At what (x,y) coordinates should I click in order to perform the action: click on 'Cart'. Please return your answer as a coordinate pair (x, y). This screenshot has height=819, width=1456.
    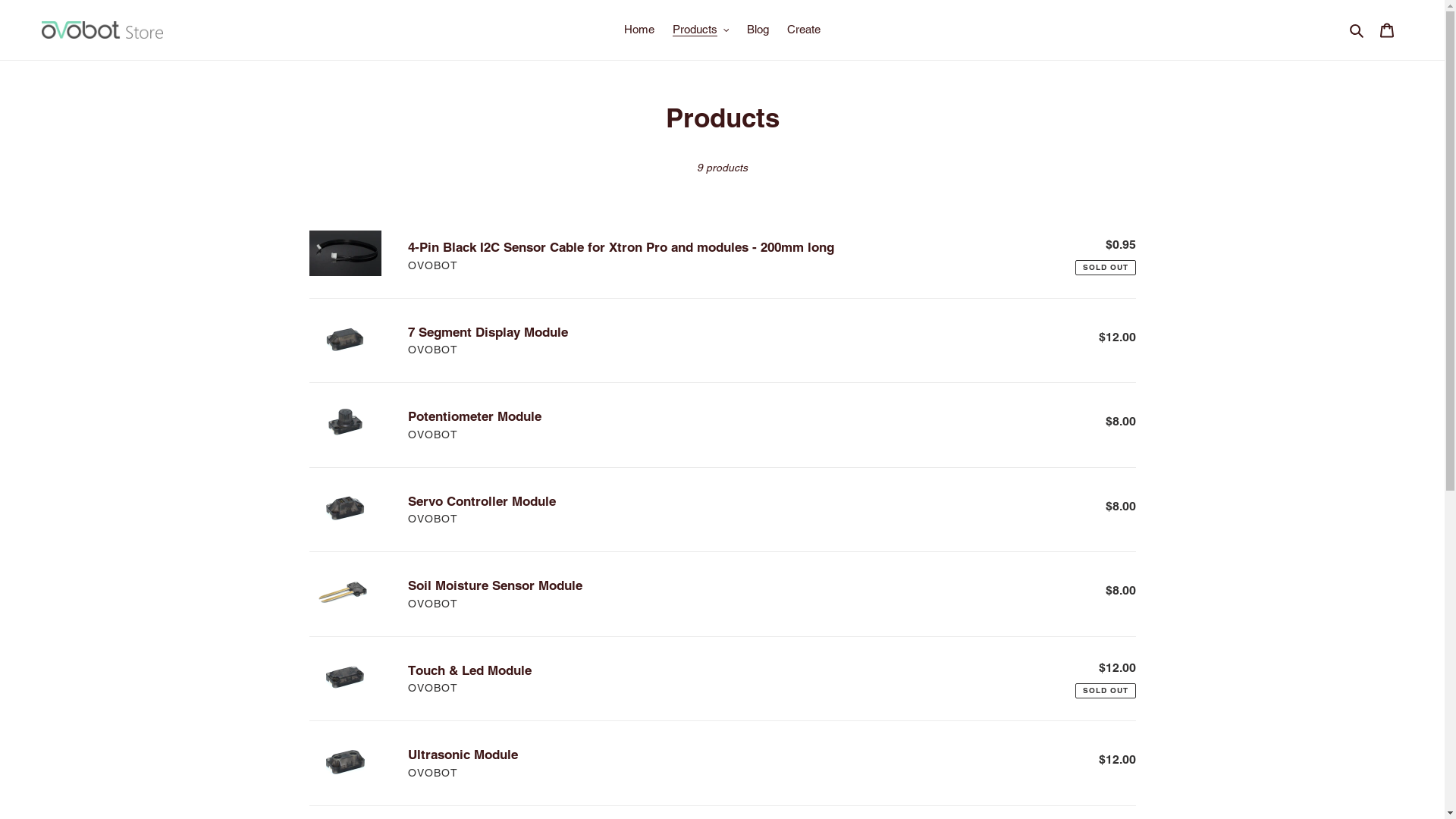
    Looking at the image, I should click on (1386, 30).